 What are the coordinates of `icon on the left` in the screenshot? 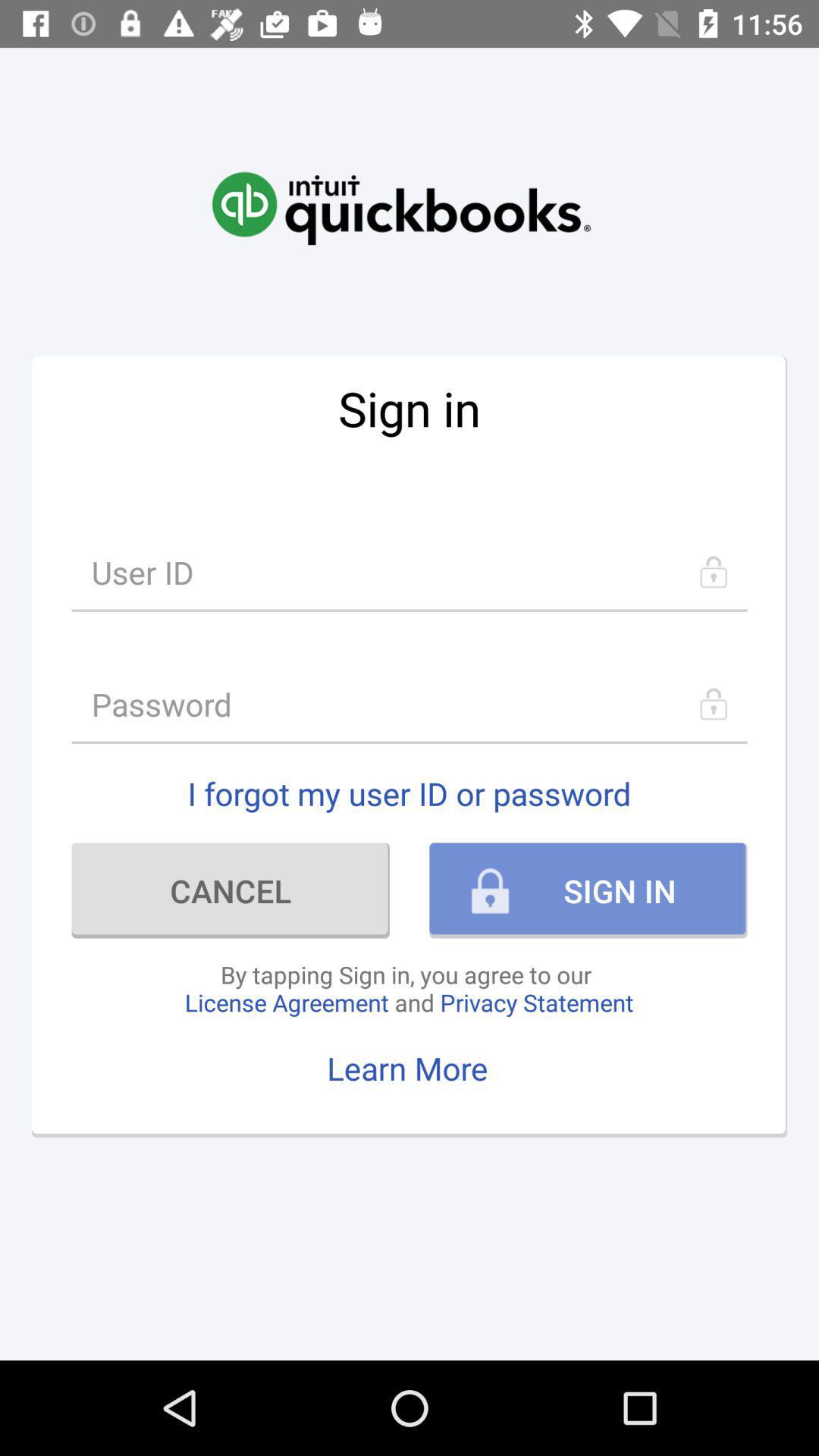 It's located at (231, 890).